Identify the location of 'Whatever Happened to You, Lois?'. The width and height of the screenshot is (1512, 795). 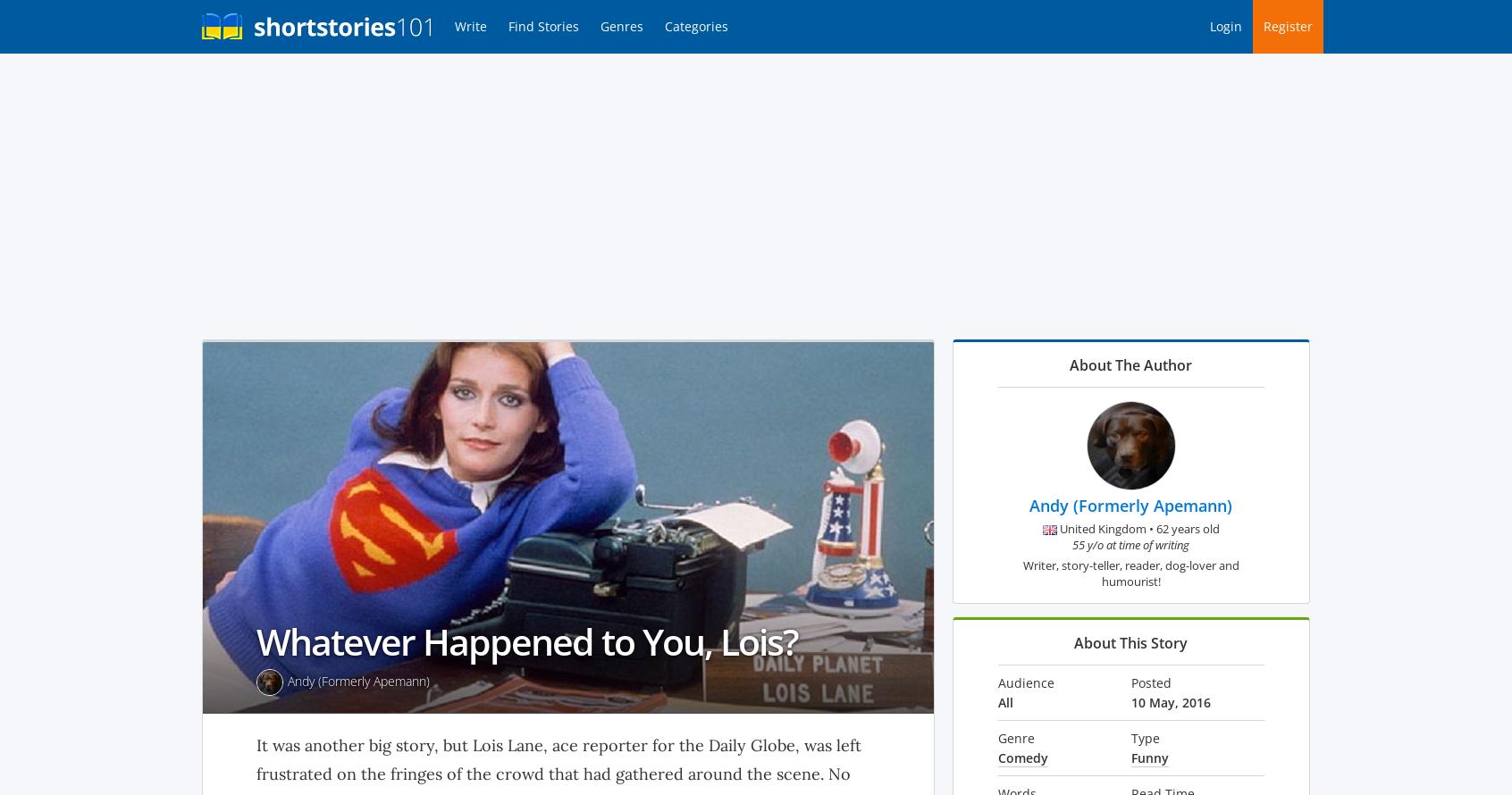
(255, 639).